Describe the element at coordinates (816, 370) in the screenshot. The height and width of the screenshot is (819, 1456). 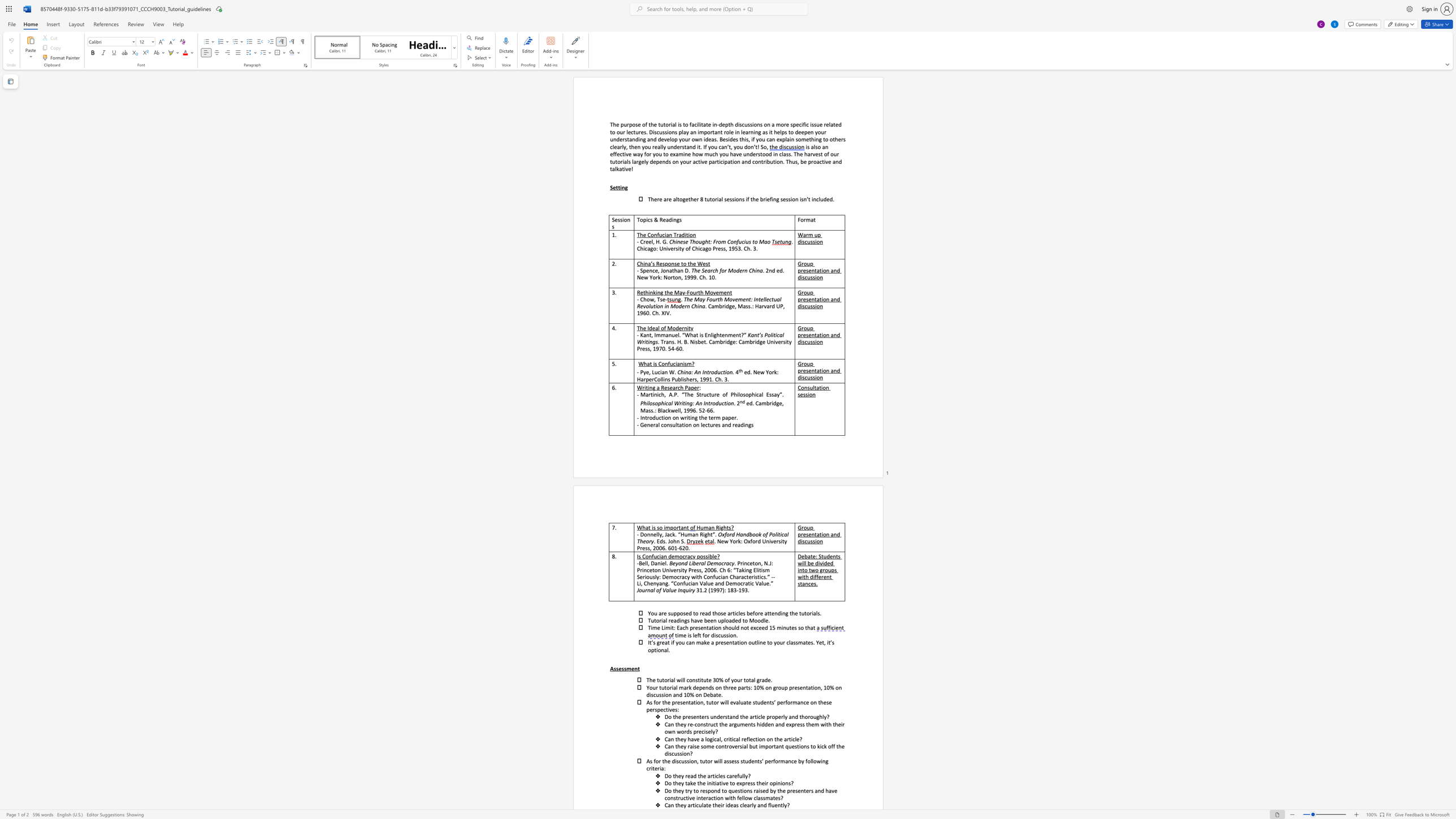
I see `the subset text "ation an" within the text "Group presentation and discussion"` at that location.